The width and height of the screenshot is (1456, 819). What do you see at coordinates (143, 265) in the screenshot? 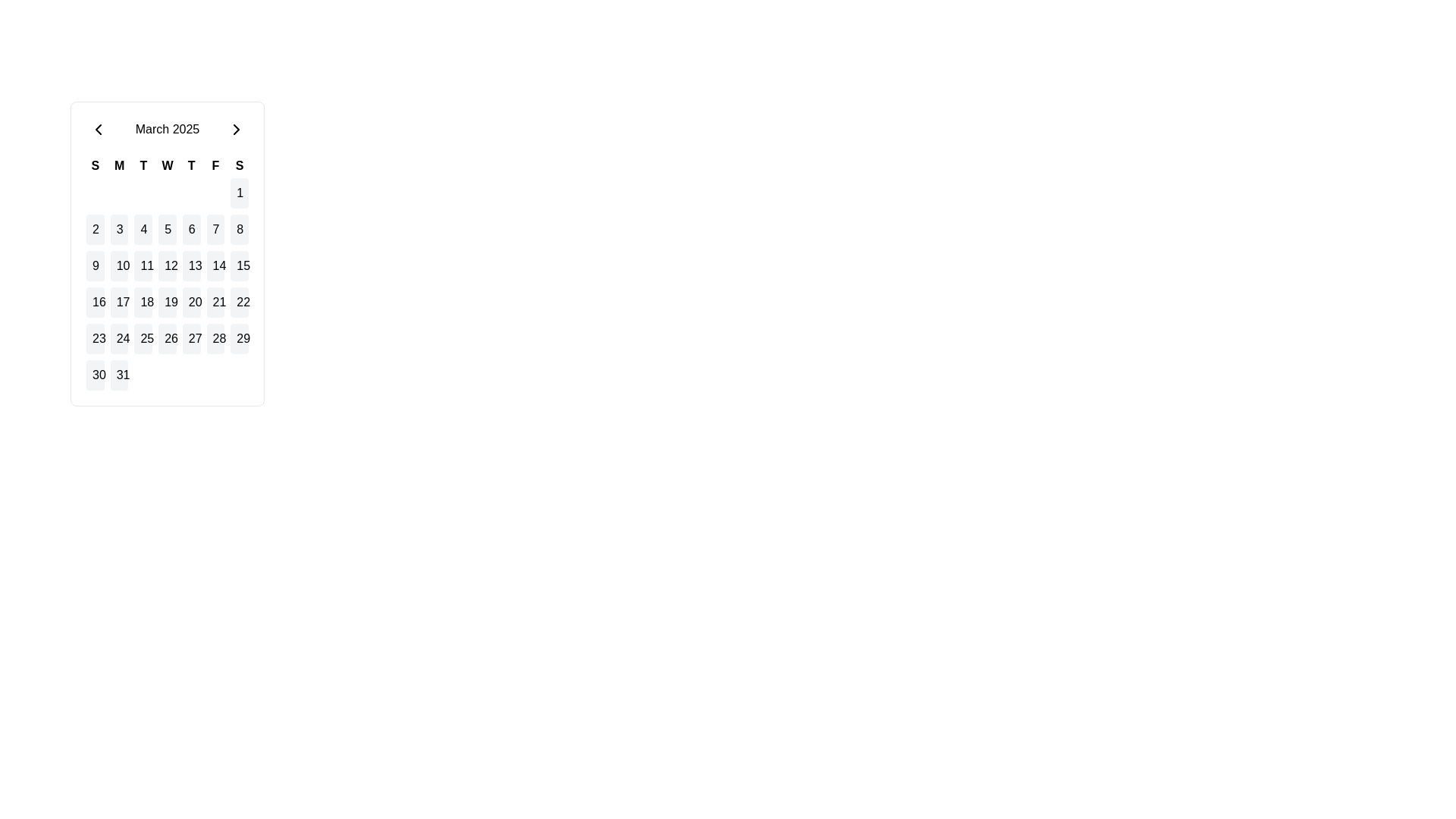
I see `the button displaying the number '11' in the third row and fourth column of the calendar grid` at bounding box center [143, 265].